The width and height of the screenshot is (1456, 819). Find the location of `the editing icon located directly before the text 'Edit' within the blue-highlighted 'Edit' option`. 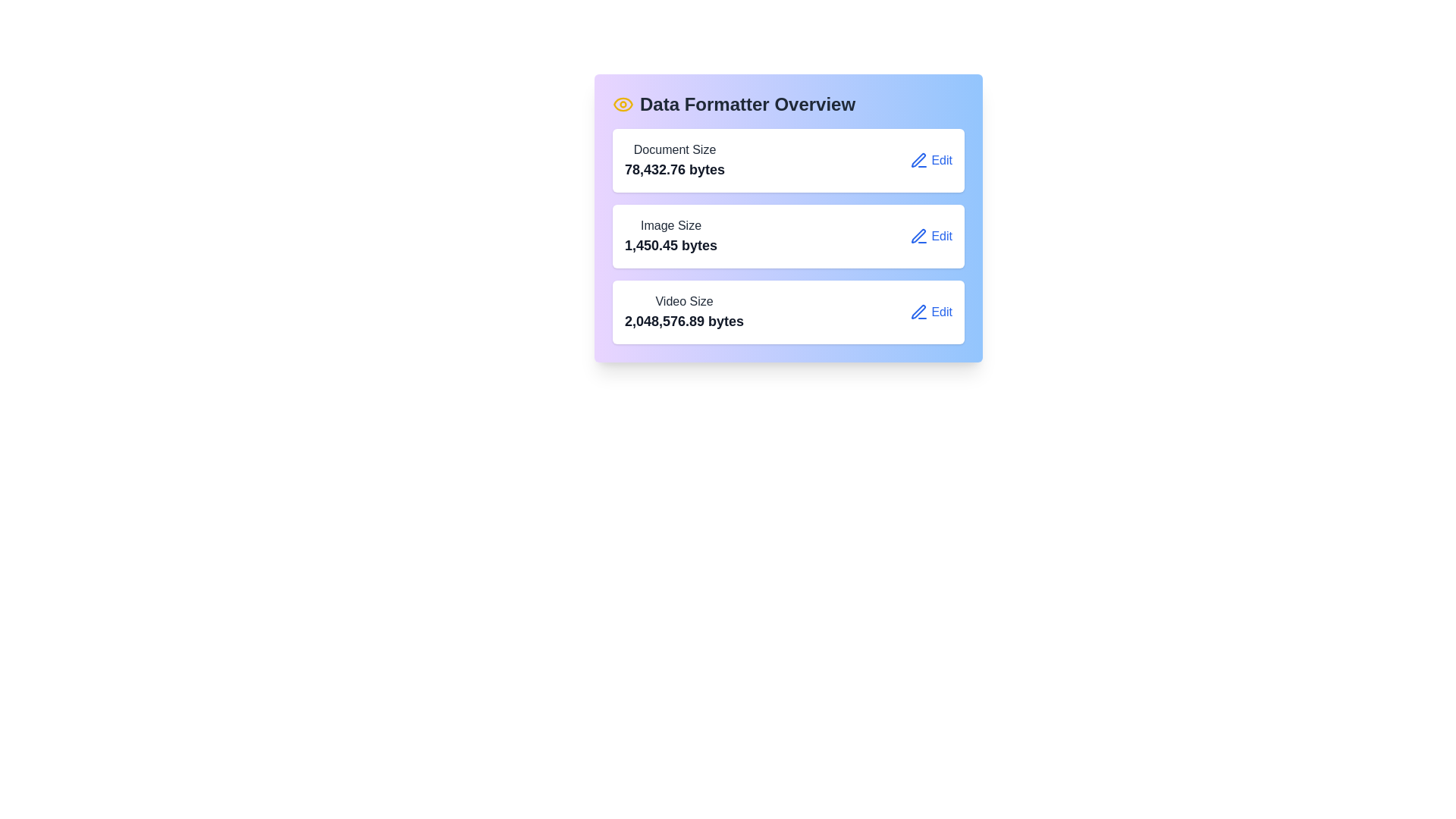

the editing icon located directly before the text 'Edit' within the blue-highlighted 'Edit' option is located at coordinates (918, 312).